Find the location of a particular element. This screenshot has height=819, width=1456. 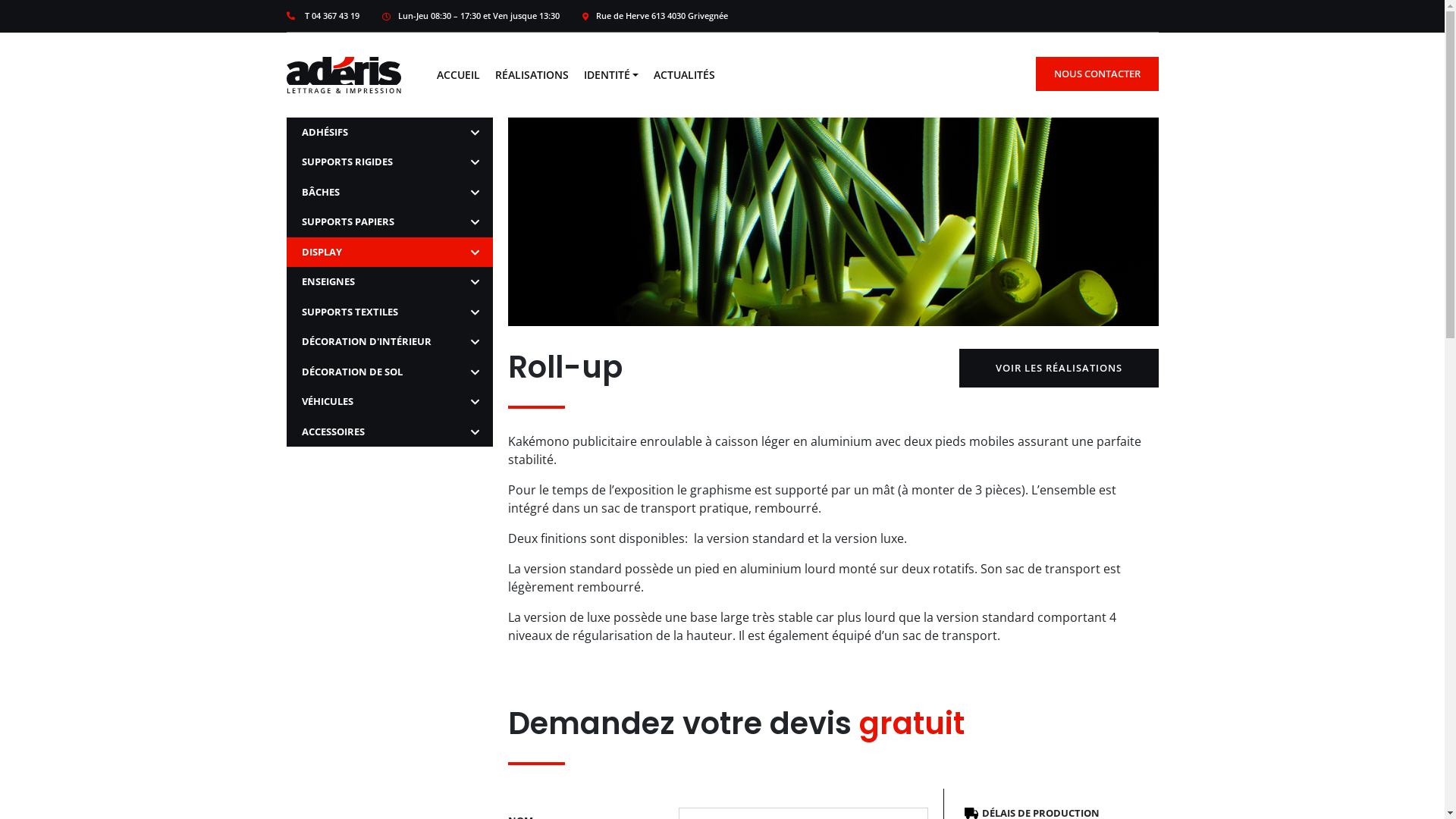

'NOUS CONTACTER' is located at coordinates (1035, 73).